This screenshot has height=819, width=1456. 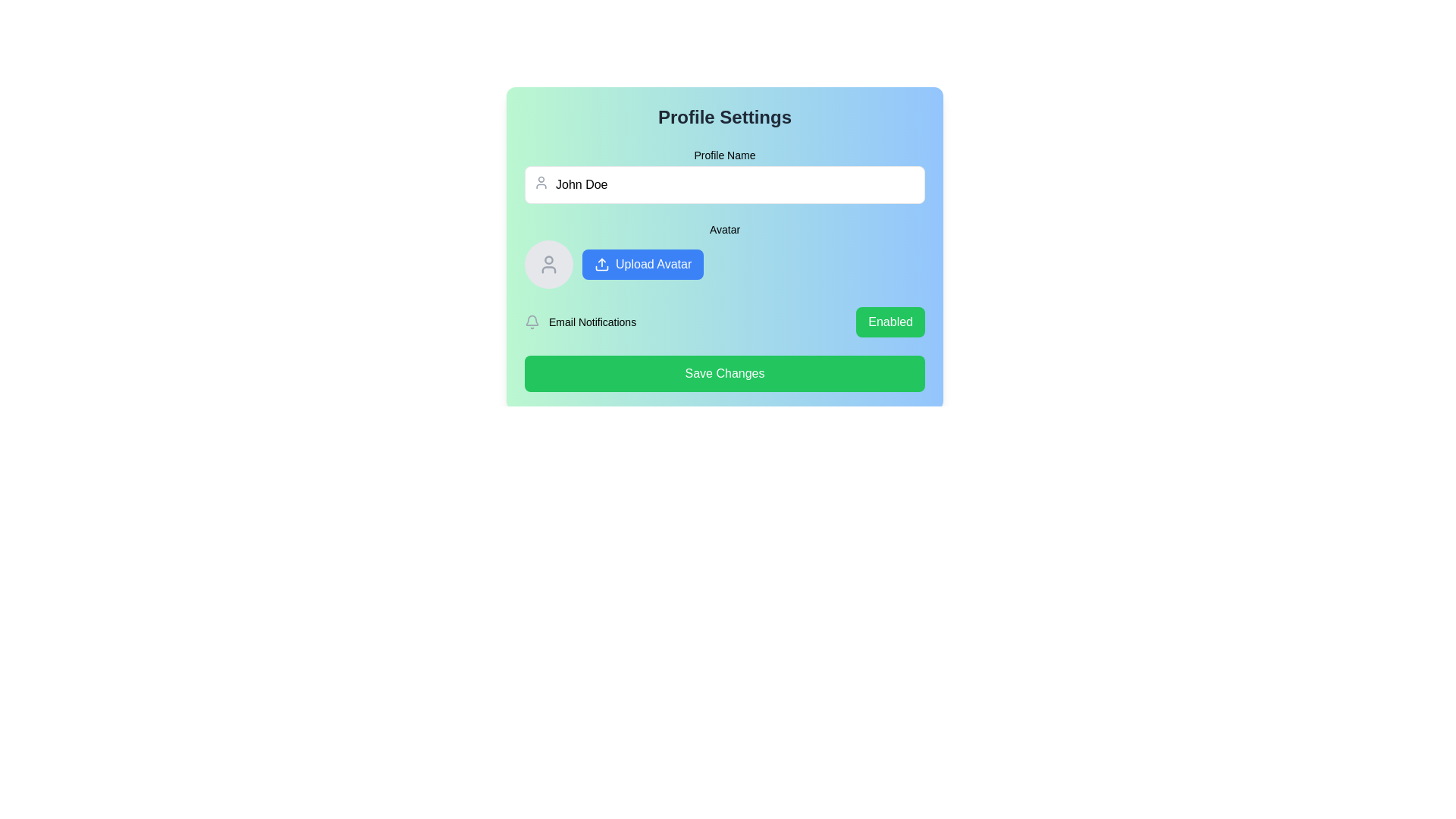 What do you see at coordinates (548, 263) in the screenshot?
I see `the circular placeholder with a muted gray background and a user profile icon, which serves as an avatar upload target` at bounding box center [548, 263].